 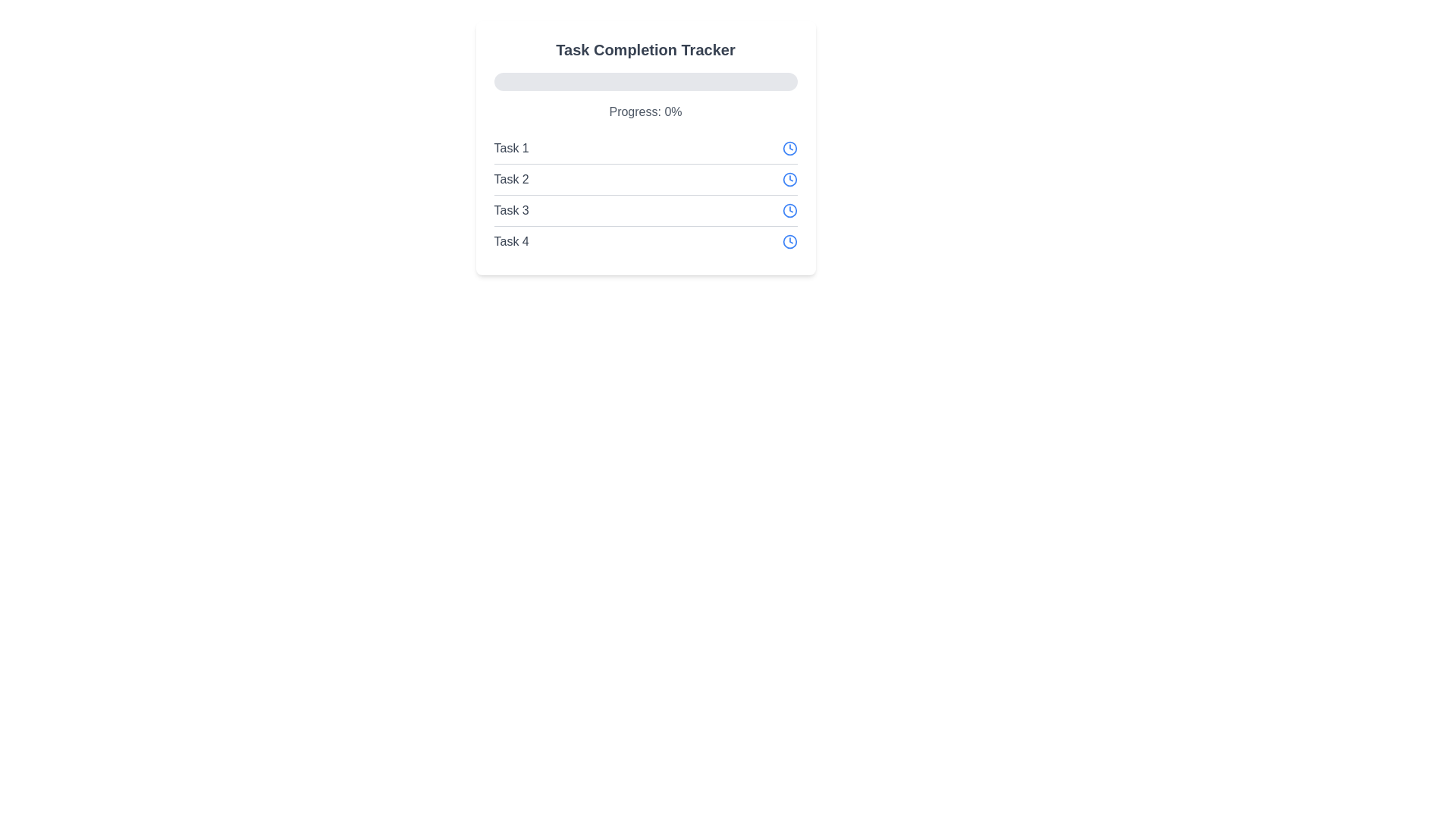 What do you see at coordinates (789, 241) in the screenshot?
I see `the Icon button related to 'Task 4'` at bounding box center [789, 241].